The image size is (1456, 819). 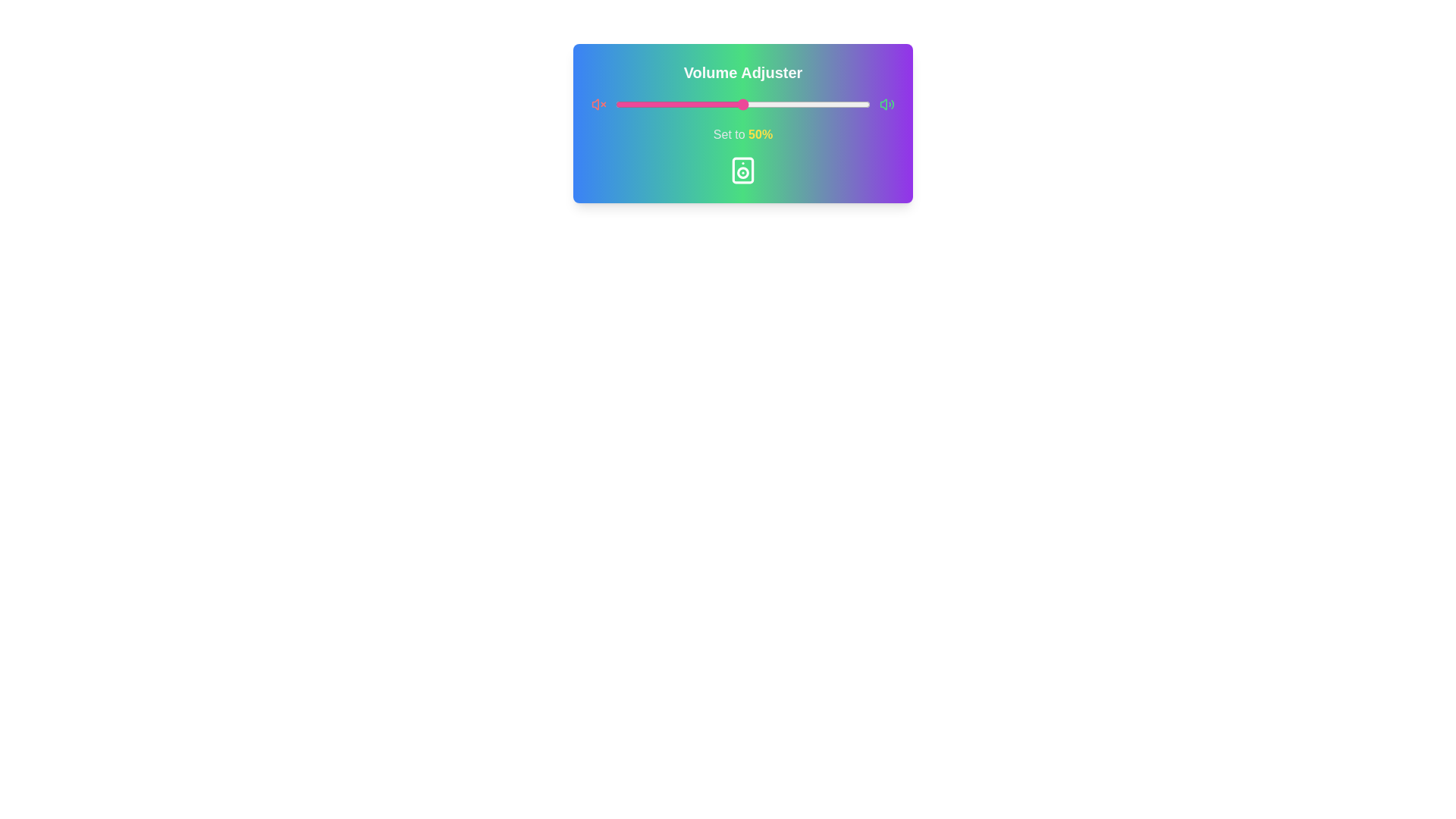 What do you see at coordinates (618, 104) in the screenshot?
I see `the volume slider to 1%, where 1 is a value between 0 and 100` at bounding box center [618, 104].